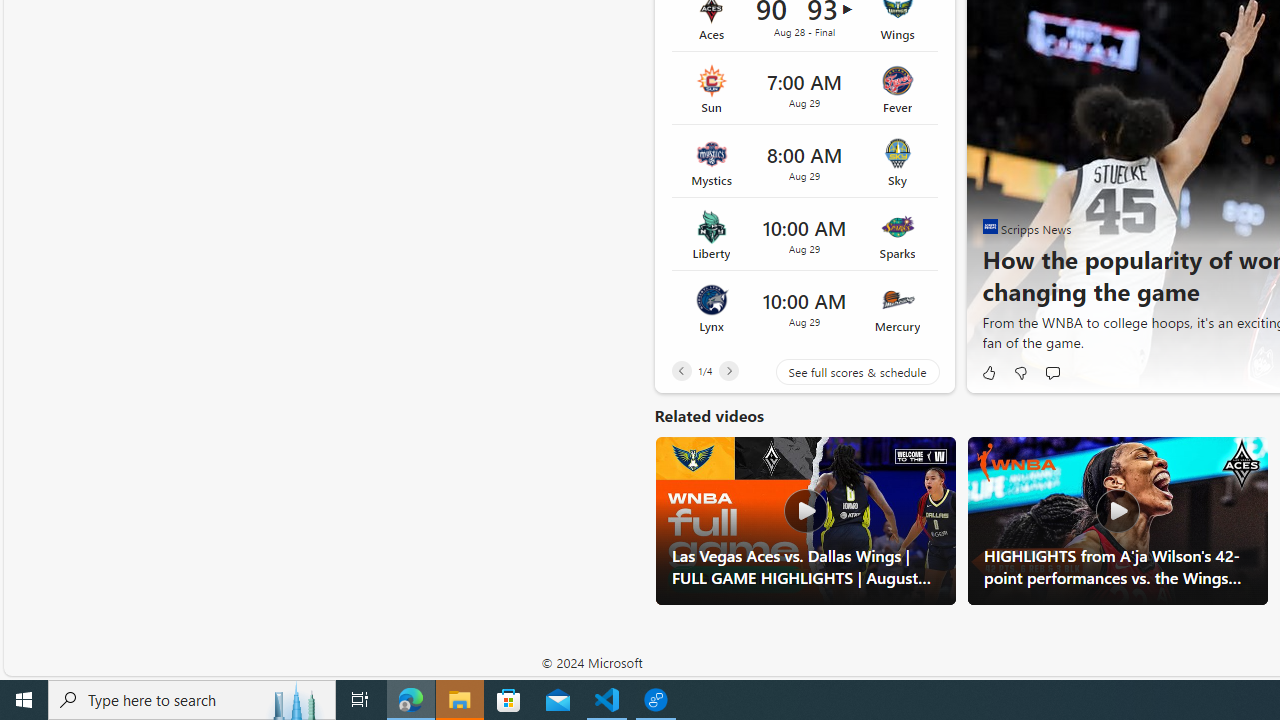 Image resolution: width=1280 pixels, height=720 pixels. Describe the element at coordinates (804, 234) in the screenshot. I see `'Liberty vs Sparks Time 10:00 AM Date Aug 29'` at that location.